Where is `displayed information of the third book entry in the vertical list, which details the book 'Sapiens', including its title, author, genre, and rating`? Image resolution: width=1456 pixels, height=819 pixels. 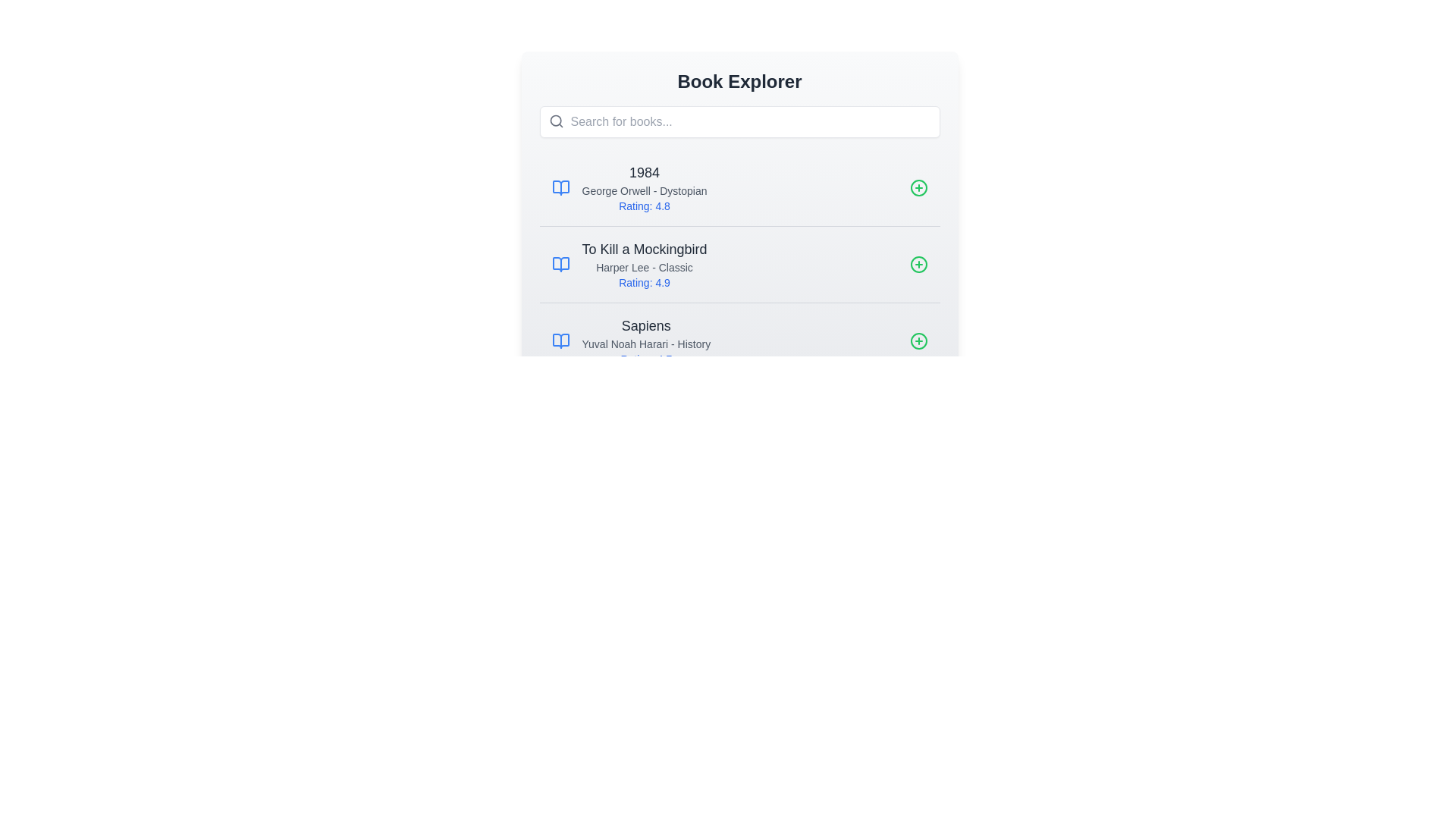
displayed information of the third book entry in the vertical list, which details the book 'Sapiens', including its title, author, genre, and rating is located at coordinates (646, 341).